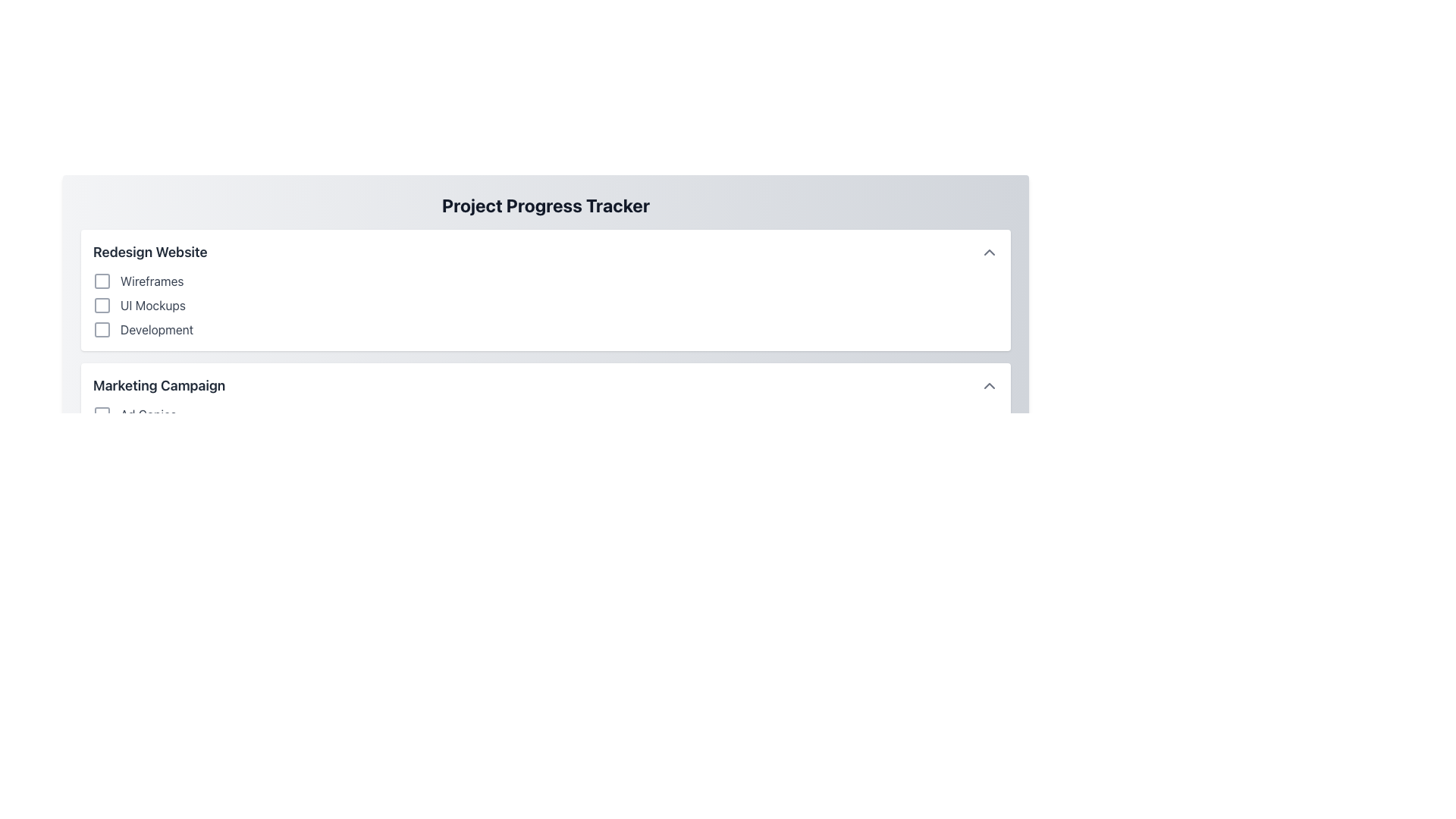 Image resolution: width=1456 pixels, height=819 pixels. I want to click on the checkbox with a red border next to the text label 'Development' in the checklist under 'Redesign Website', so click(101, 329).